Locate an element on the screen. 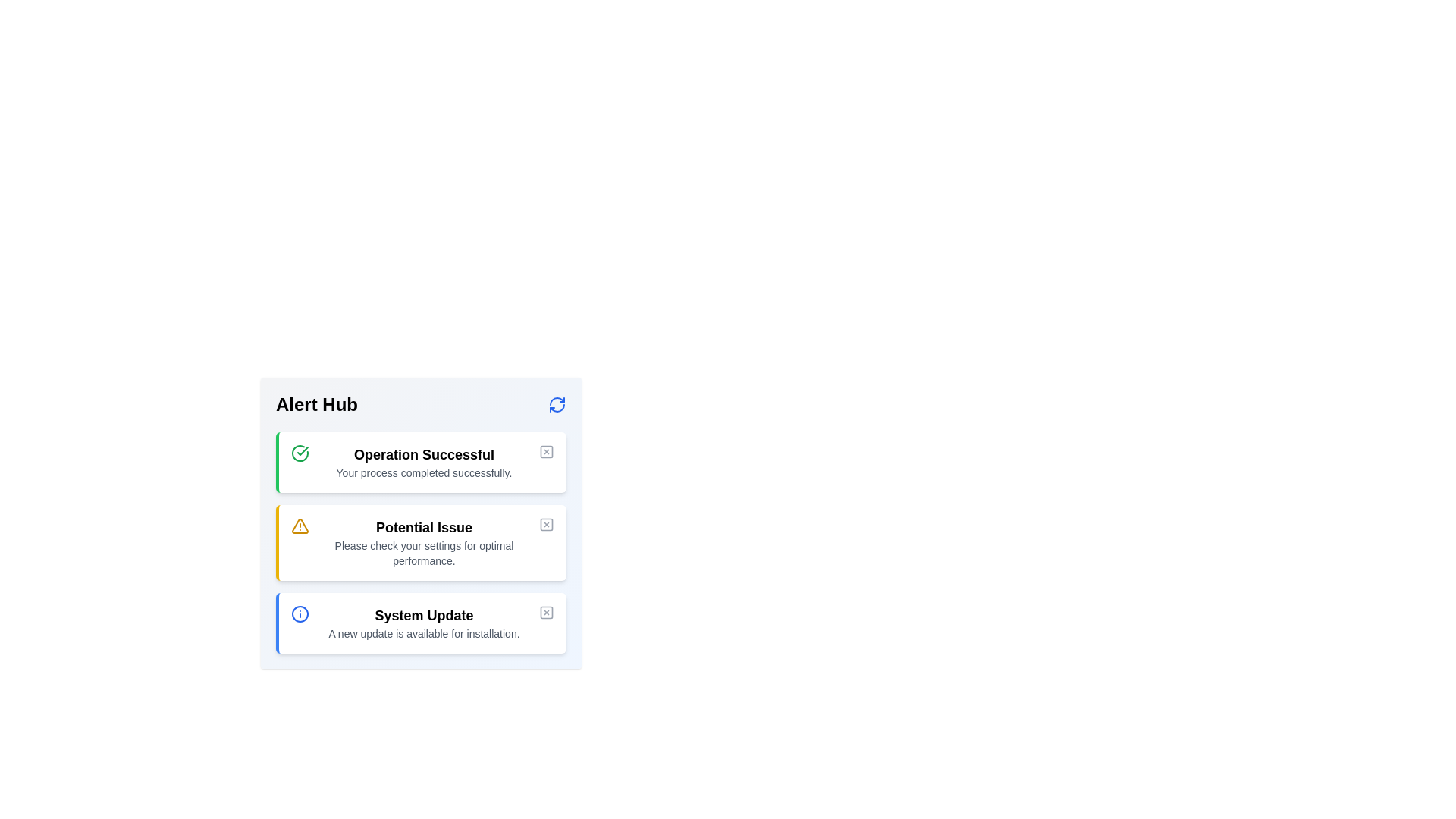 Image resolution: width=1456 pixels, height=819 pixels. blue circular icon with an 'i' symbol inside, located on the far left side of the 'System Update' notification card, positioned as the third item in the vertical stack is located at coordinates (300, 614).